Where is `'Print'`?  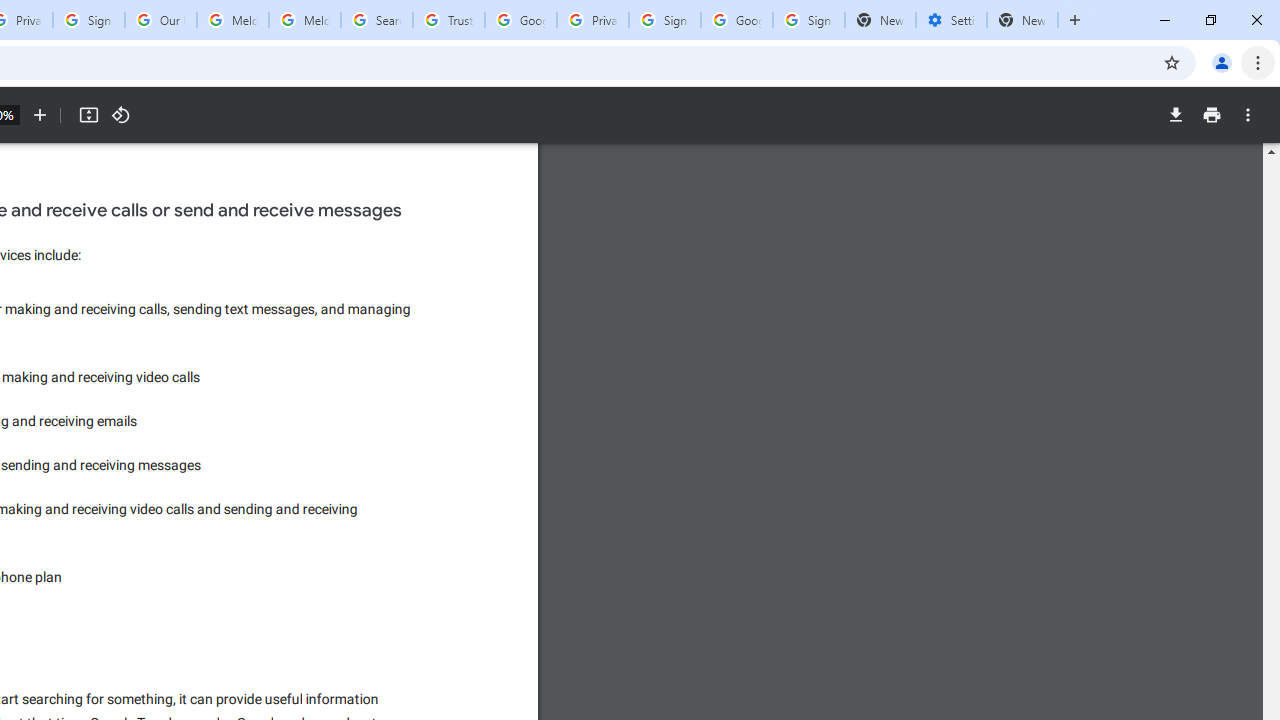 'Print' is located at coordinates (1210, 115).